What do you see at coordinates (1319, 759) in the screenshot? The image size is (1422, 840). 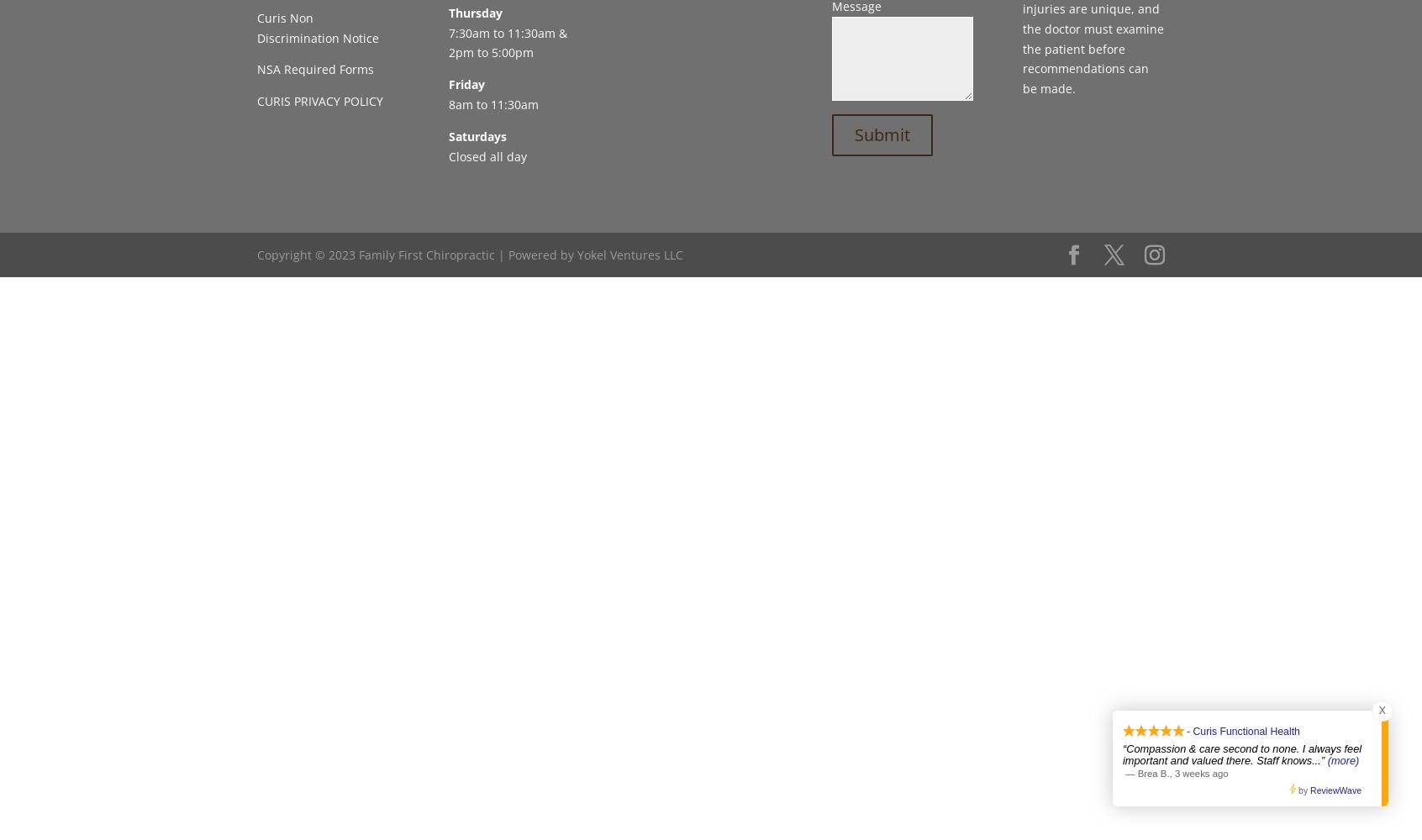 I see `'...”'` at bounding box center [1319, 759].